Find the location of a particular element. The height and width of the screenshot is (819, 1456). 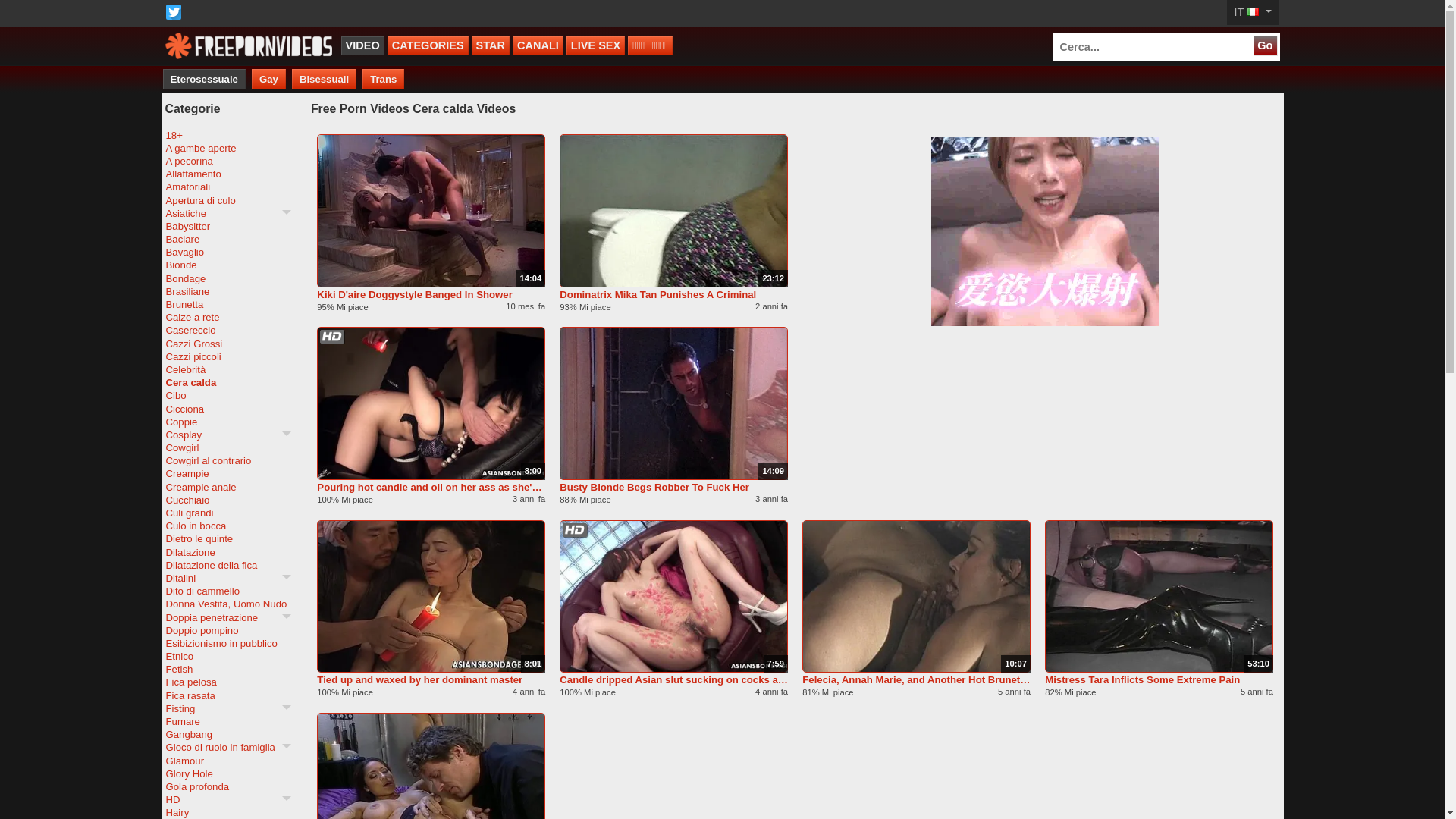

'Culi grandi' is located at coordinates (165, 512).